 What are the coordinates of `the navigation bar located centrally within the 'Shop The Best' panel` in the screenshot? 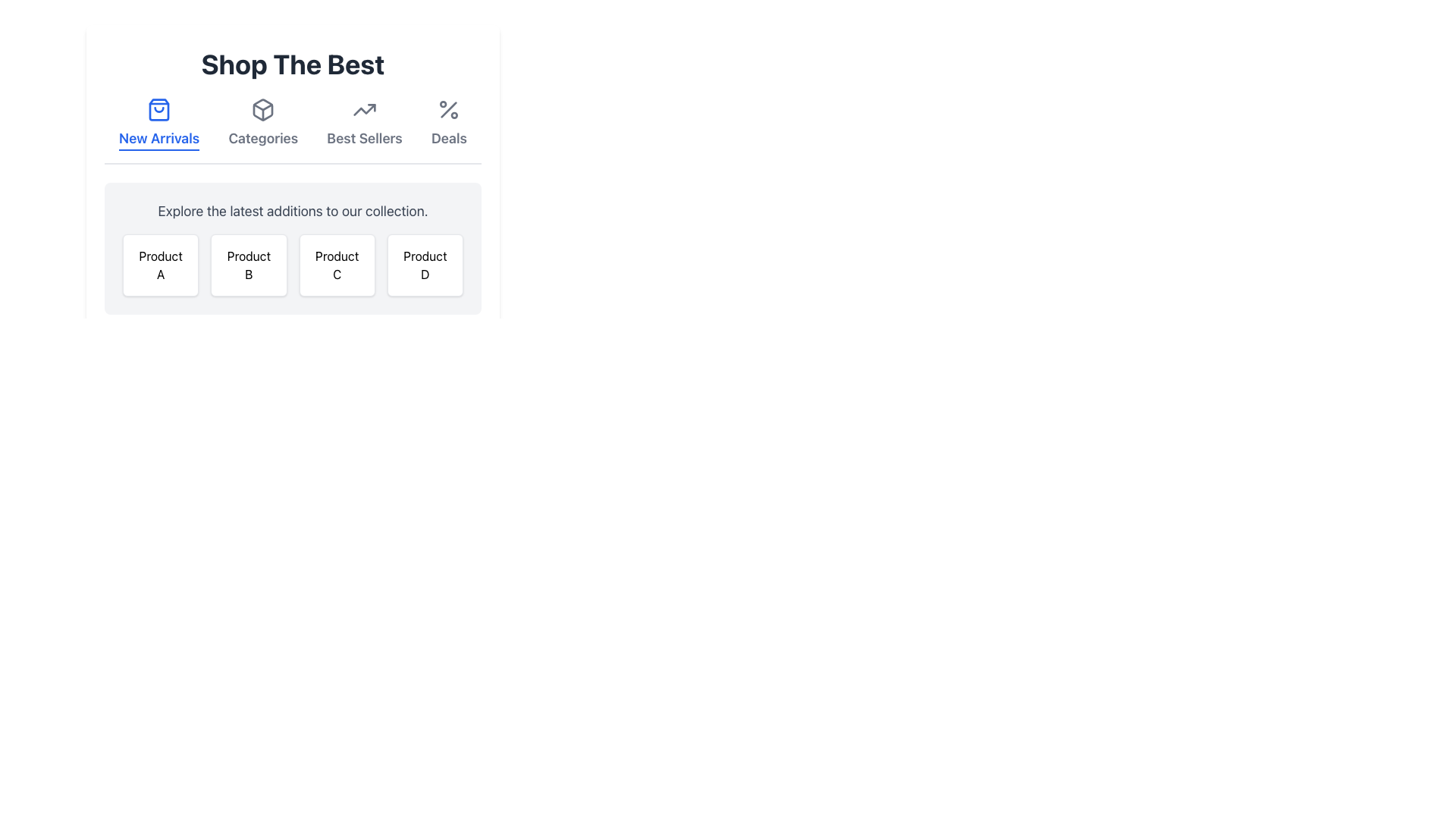 It's located at (293, 130).